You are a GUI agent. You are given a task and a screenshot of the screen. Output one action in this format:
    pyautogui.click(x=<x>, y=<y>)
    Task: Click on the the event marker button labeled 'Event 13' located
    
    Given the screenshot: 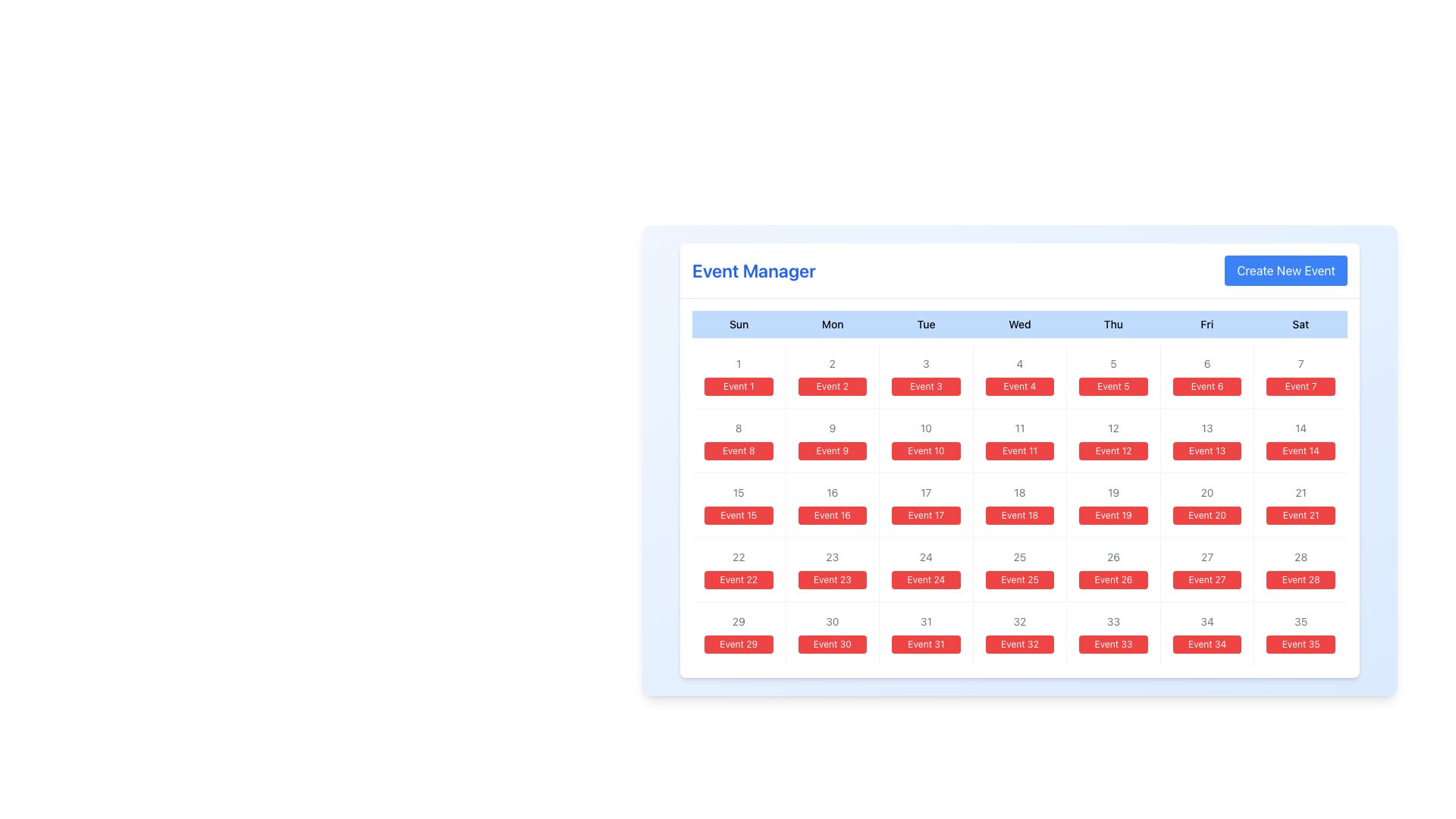 What is the action you would take?
    pyautogui.click(x=1207, y=441)
    